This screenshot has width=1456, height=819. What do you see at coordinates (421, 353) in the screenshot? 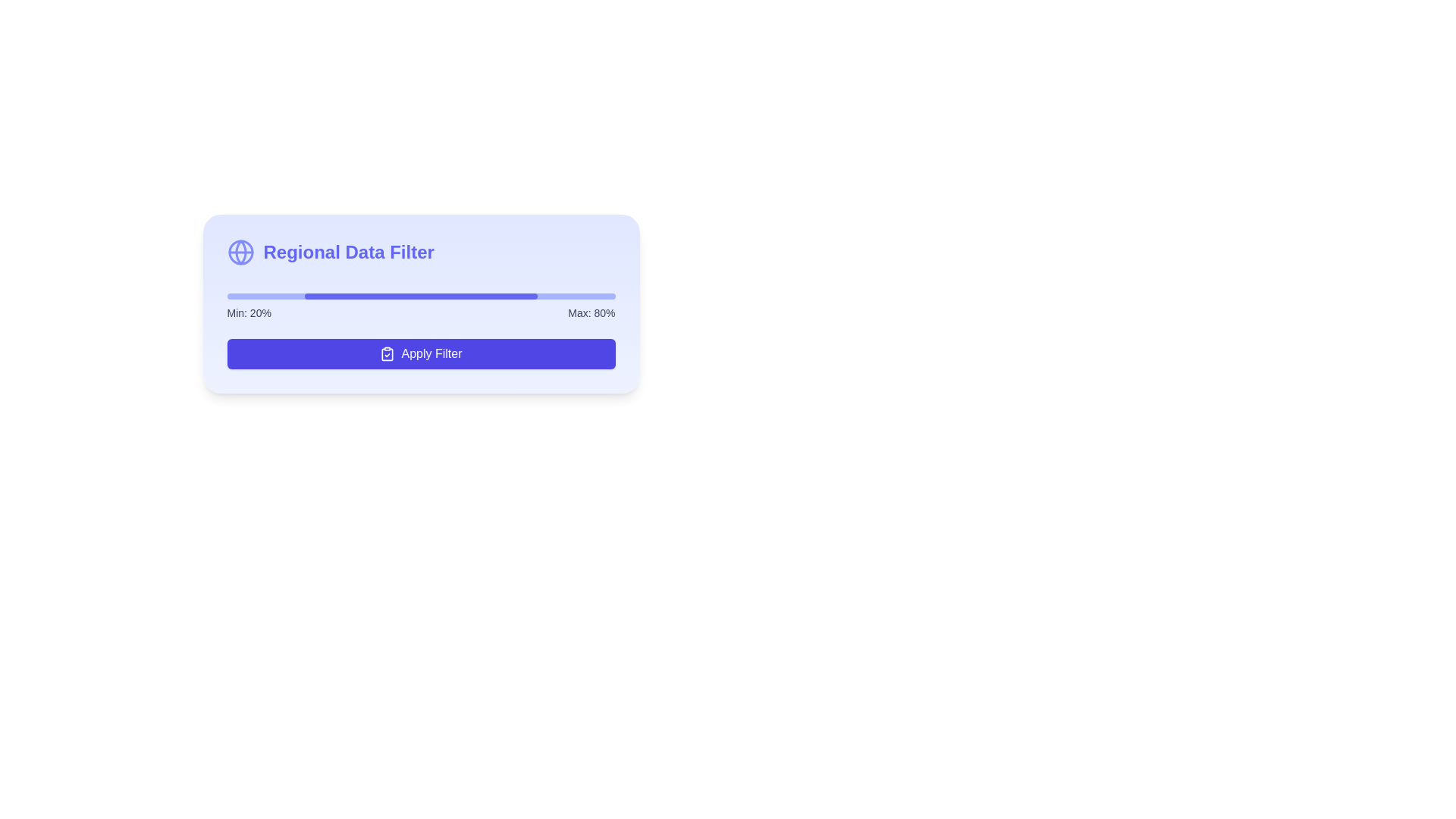
I see `the 'Apply Filter' button, which is displayed with white text on a purple background and features a clipboard icon with a checkmark` at bounding box center [421, 353].